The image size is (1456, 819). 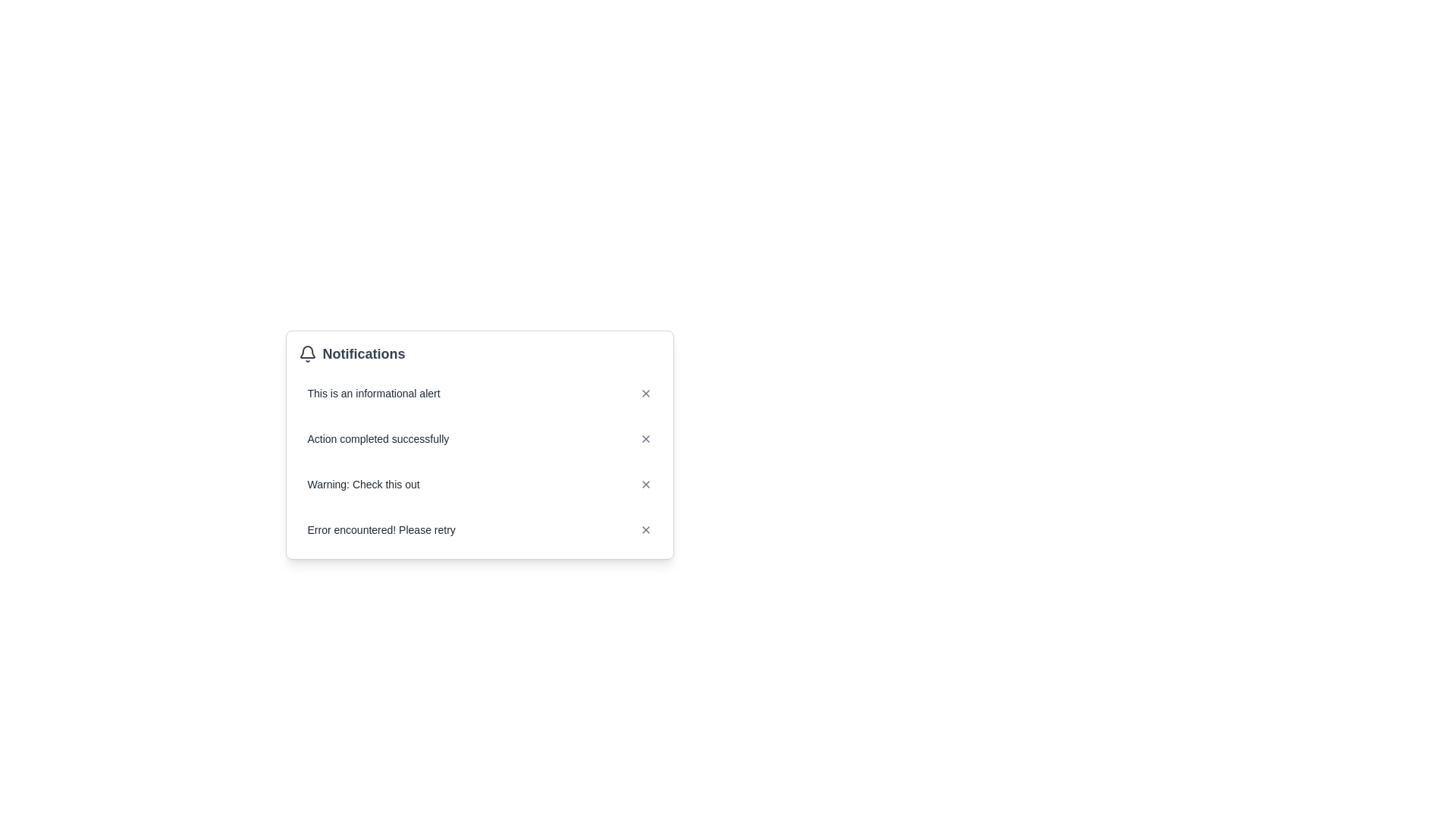 I want to click on the bell-shaped notification icon located in the header section of the notification panel, adjacent to the 'Notifications' title text, so click(x=306, y=352).